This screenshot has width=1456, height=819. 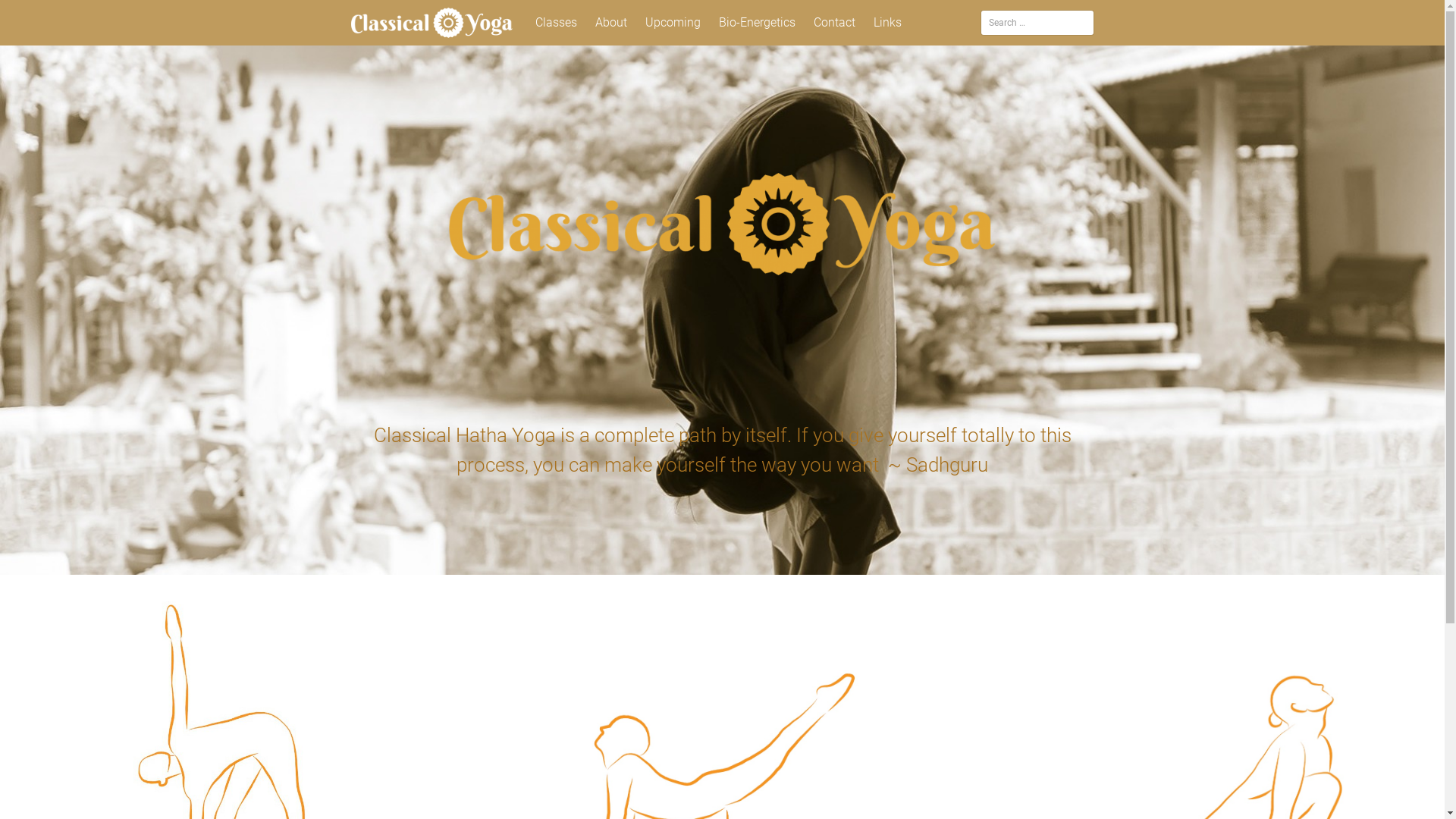 I want to click on 'Links', so click(x=887, y=23).